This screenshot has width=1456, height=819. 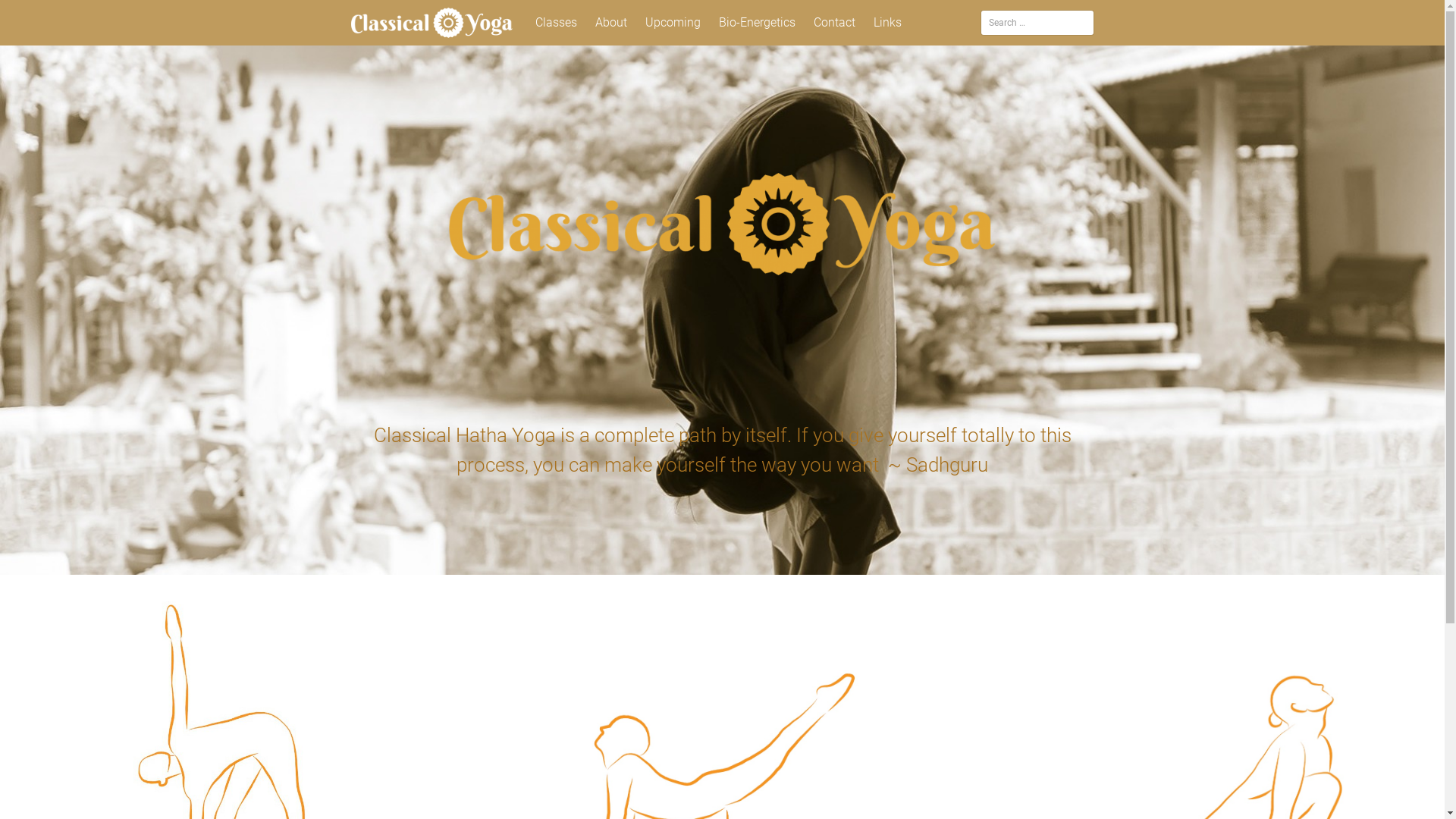 I want to click on 'Links', so click(x=887, y=23).